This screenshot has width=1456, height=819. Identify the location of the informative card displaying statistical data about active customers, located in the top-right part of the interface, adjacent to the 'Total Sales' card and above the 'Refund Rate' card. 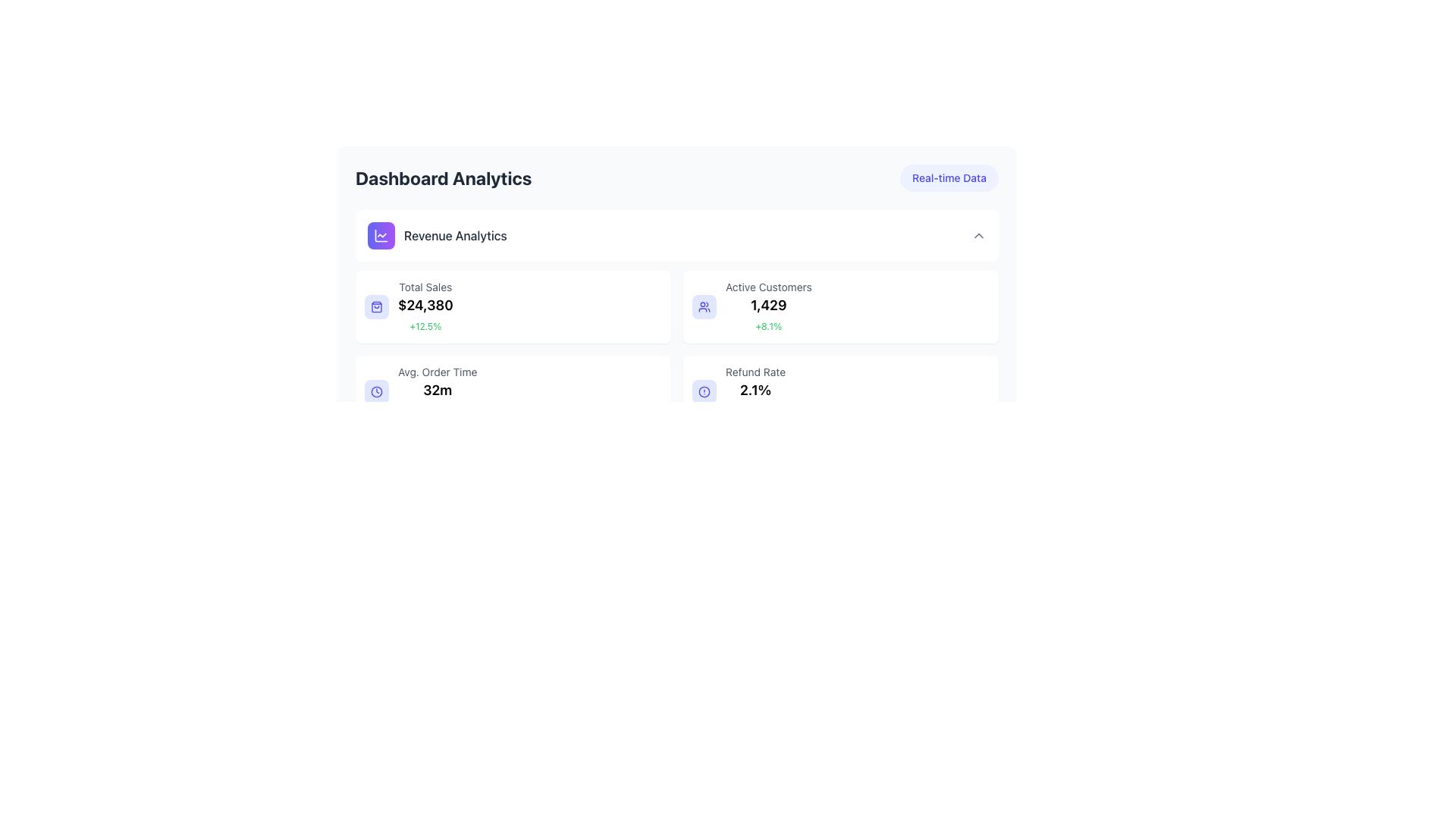
(839, 307).